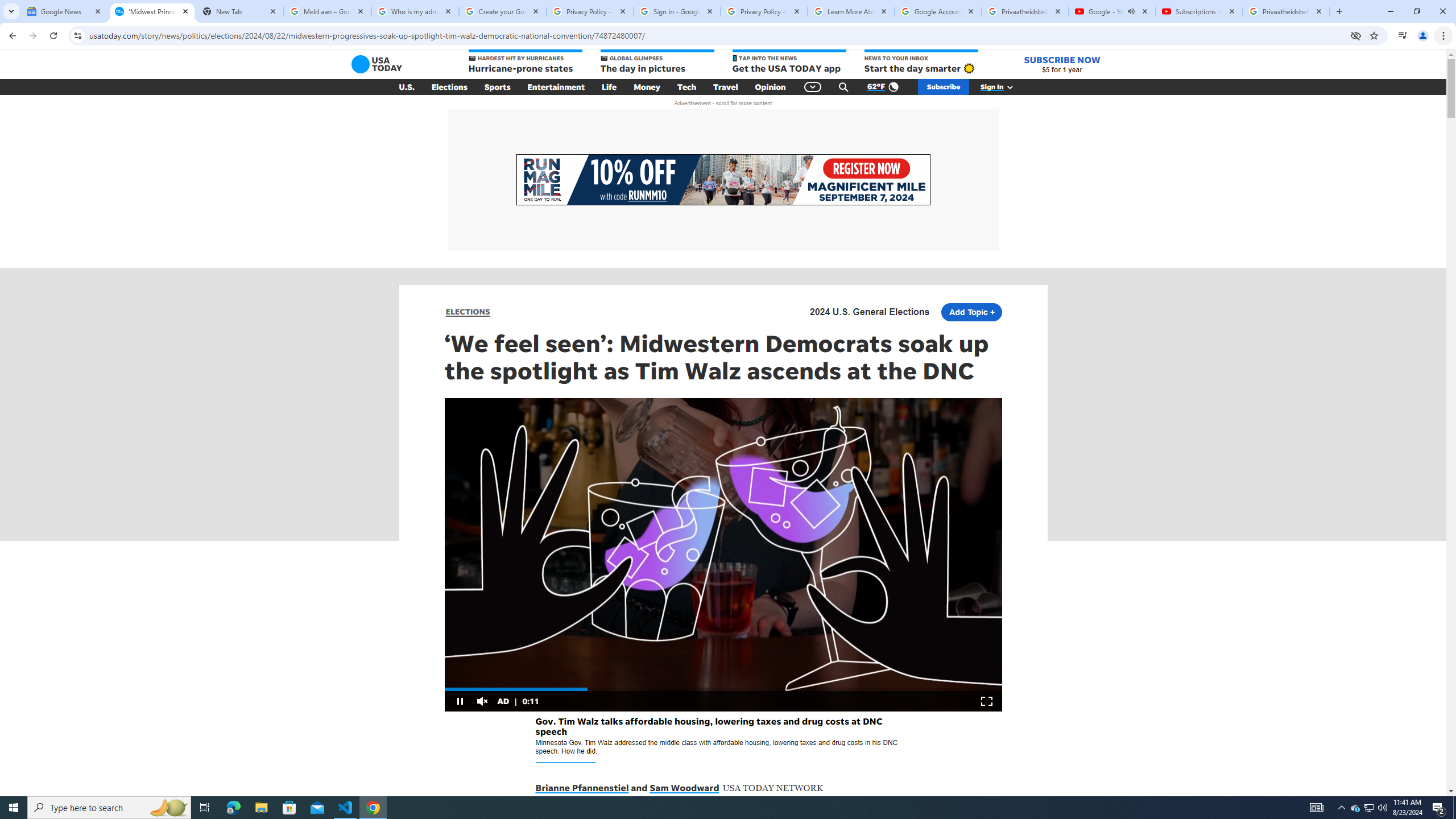  Describe the element at coordinates (468, 311) in the screenshot. I see `'ELECTIONS'` at that location.